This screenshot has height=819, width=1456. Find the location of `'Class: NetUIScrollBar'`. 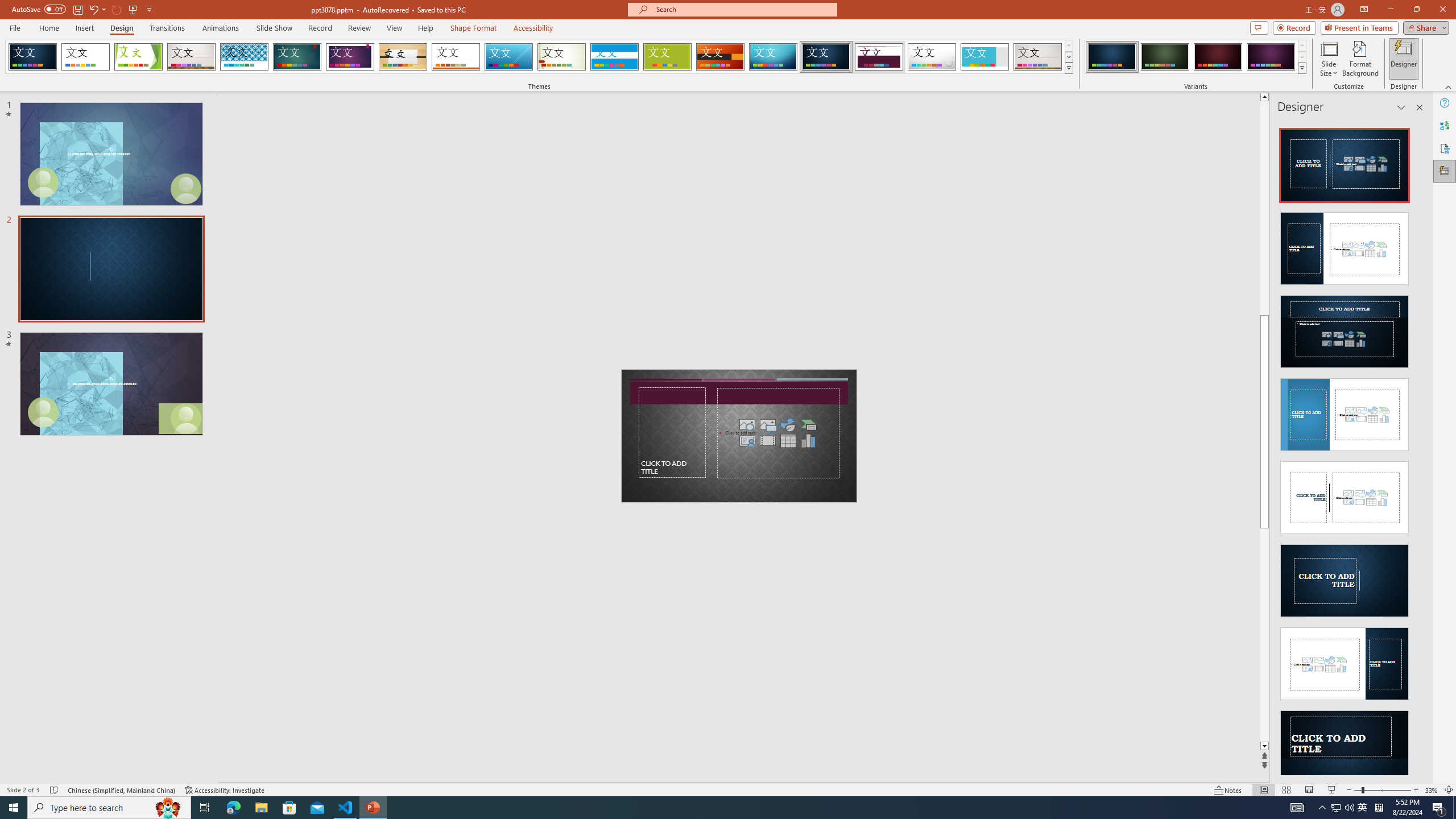

'Class: NetUIScrollBar' is located at coordinates (1418, 447).